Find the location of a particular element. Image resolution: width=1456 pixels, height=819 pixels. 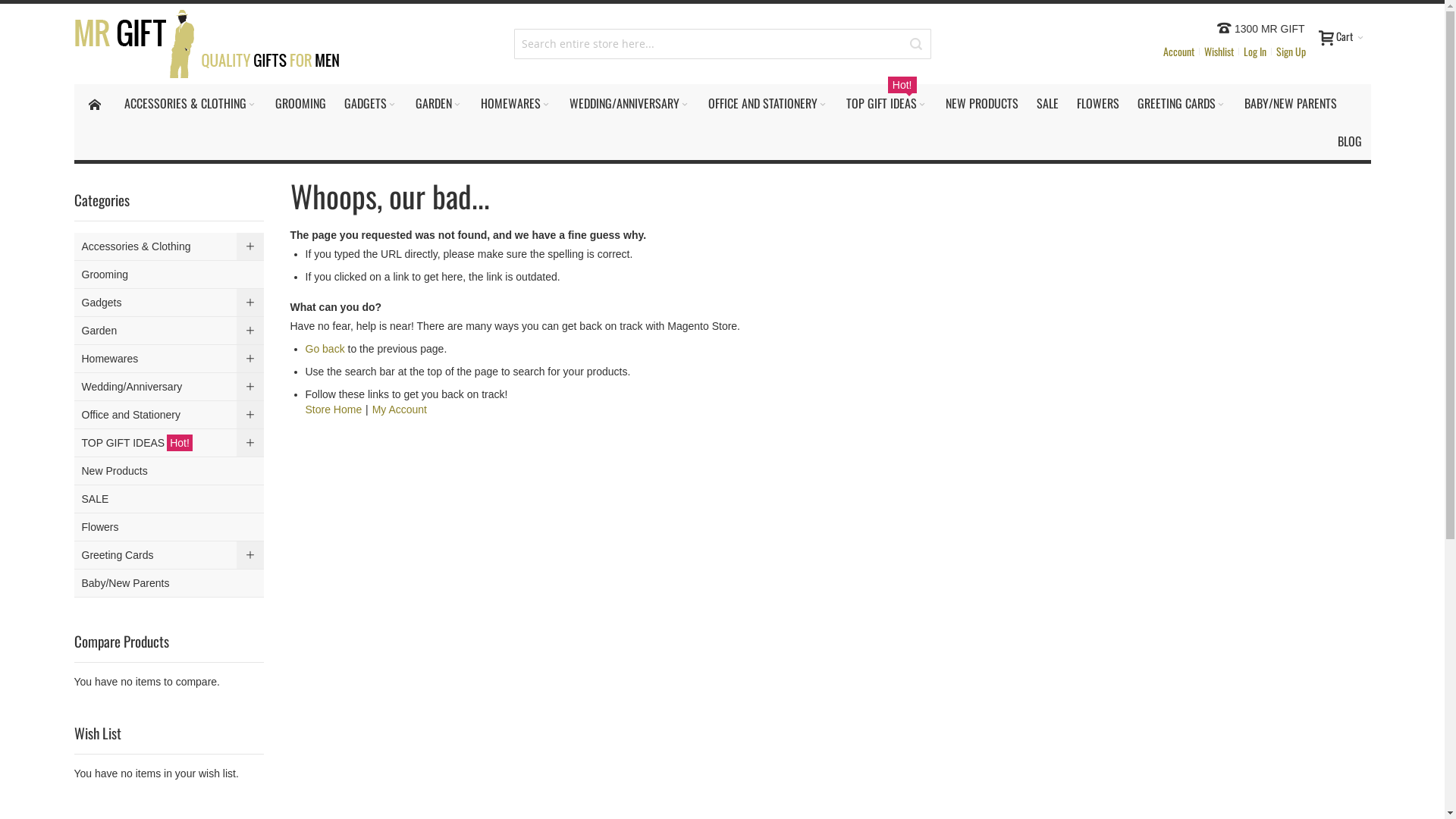

'Sign Up' is located at coordinates (1290, 51).